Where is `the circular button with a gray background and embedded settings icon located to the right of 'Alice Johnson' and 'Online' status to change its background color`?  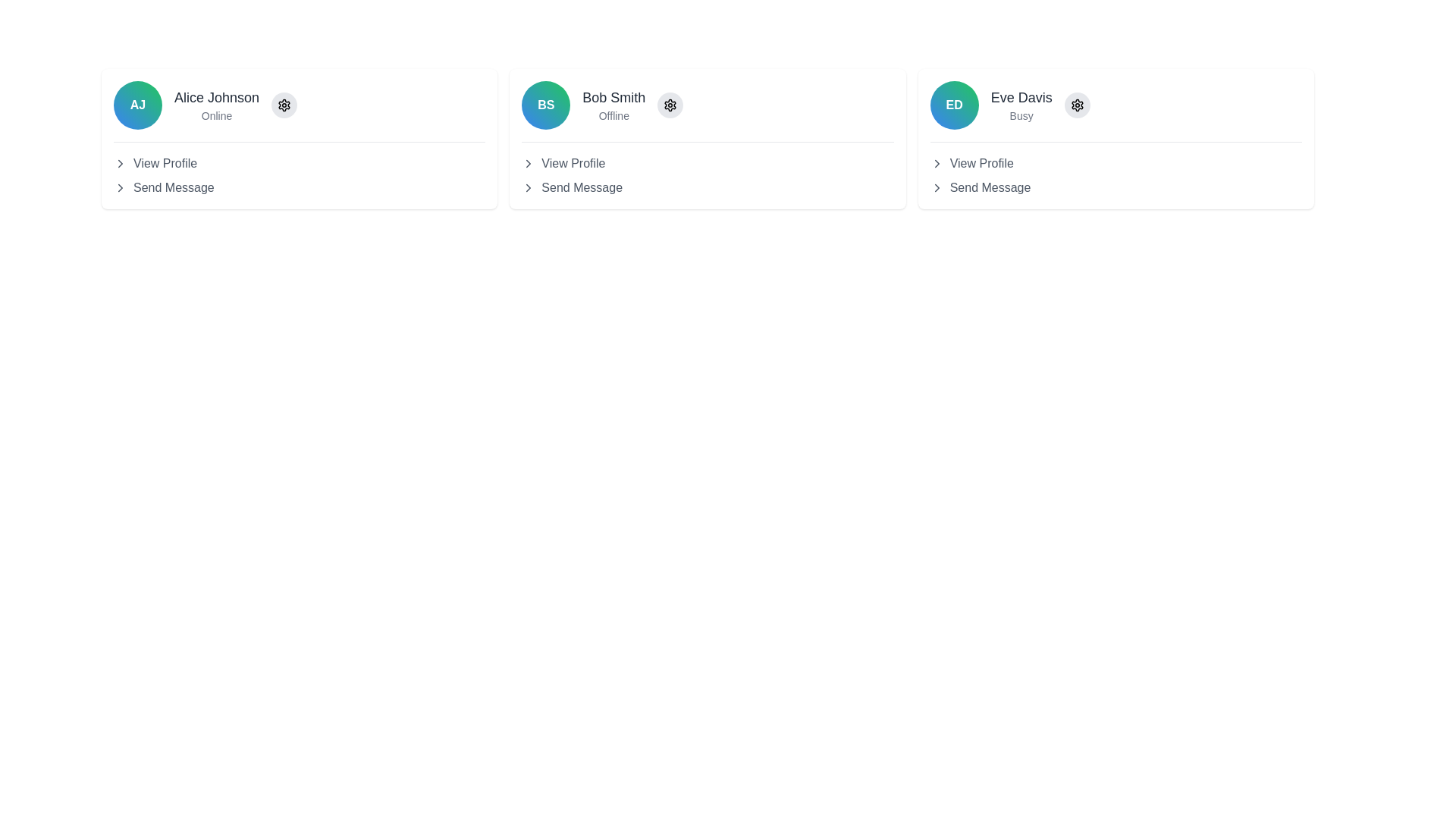
the circular button with a gray background and embedded settings icon located to the right of 'Alice Johnson' and 'Online' status to change its background color is located at coordinates (284, 104).